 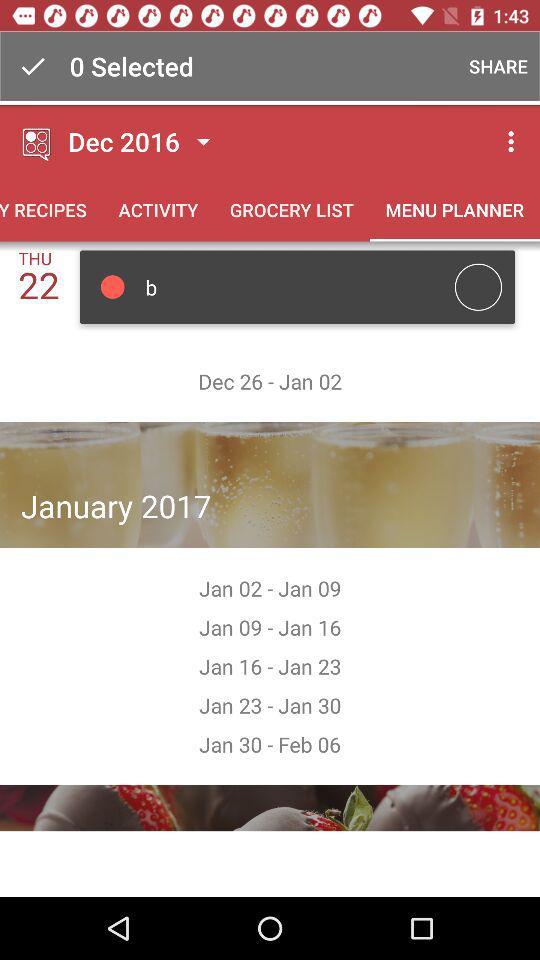 What do you see at coordinates (297, 286) in the screenshot?
I see `the box below activity at the top of the page` at bounding box center [297, 286].